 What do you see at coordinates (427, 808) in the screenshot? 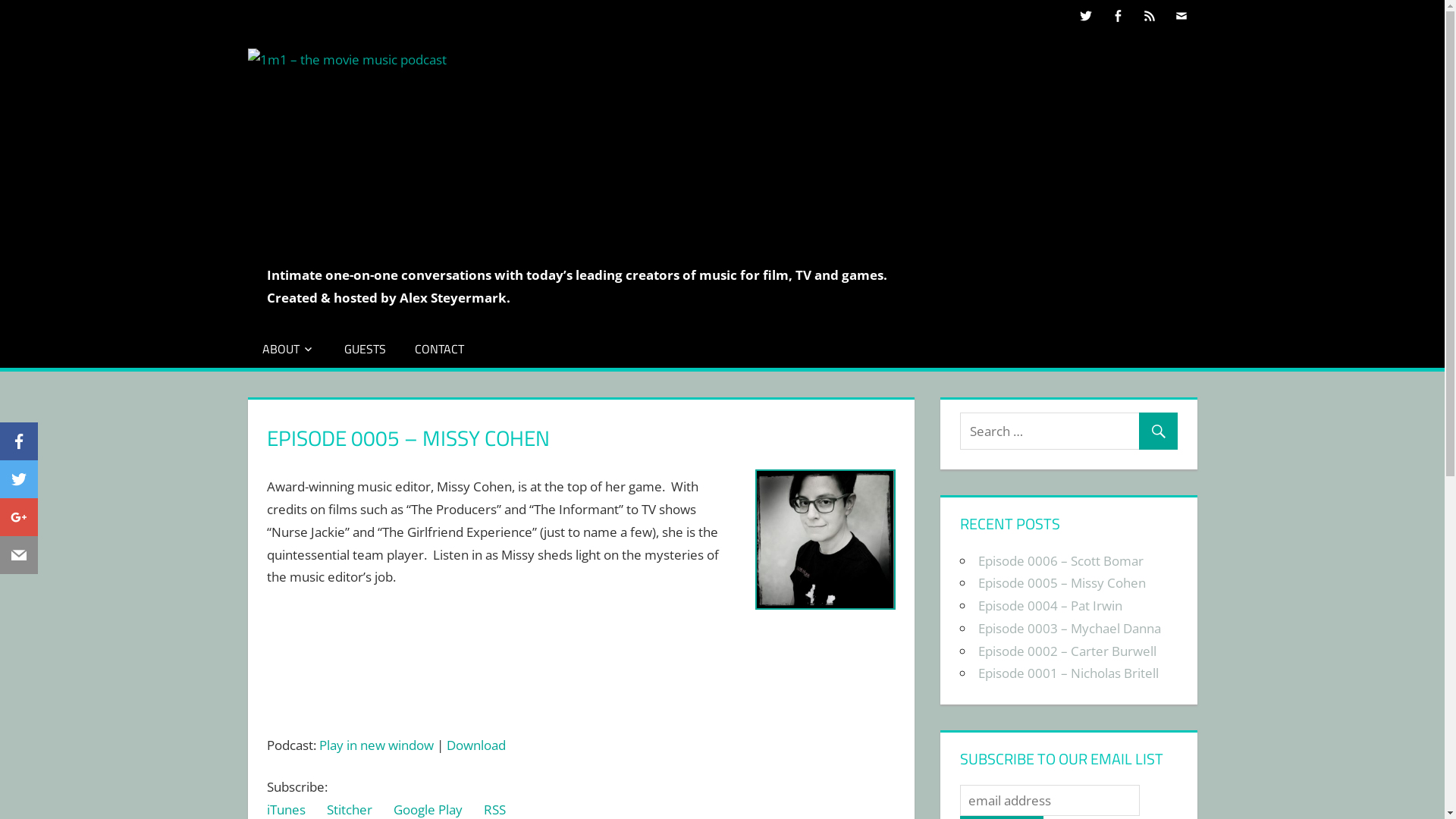
I see `'Google Play'` at bounding box center [427, 808].